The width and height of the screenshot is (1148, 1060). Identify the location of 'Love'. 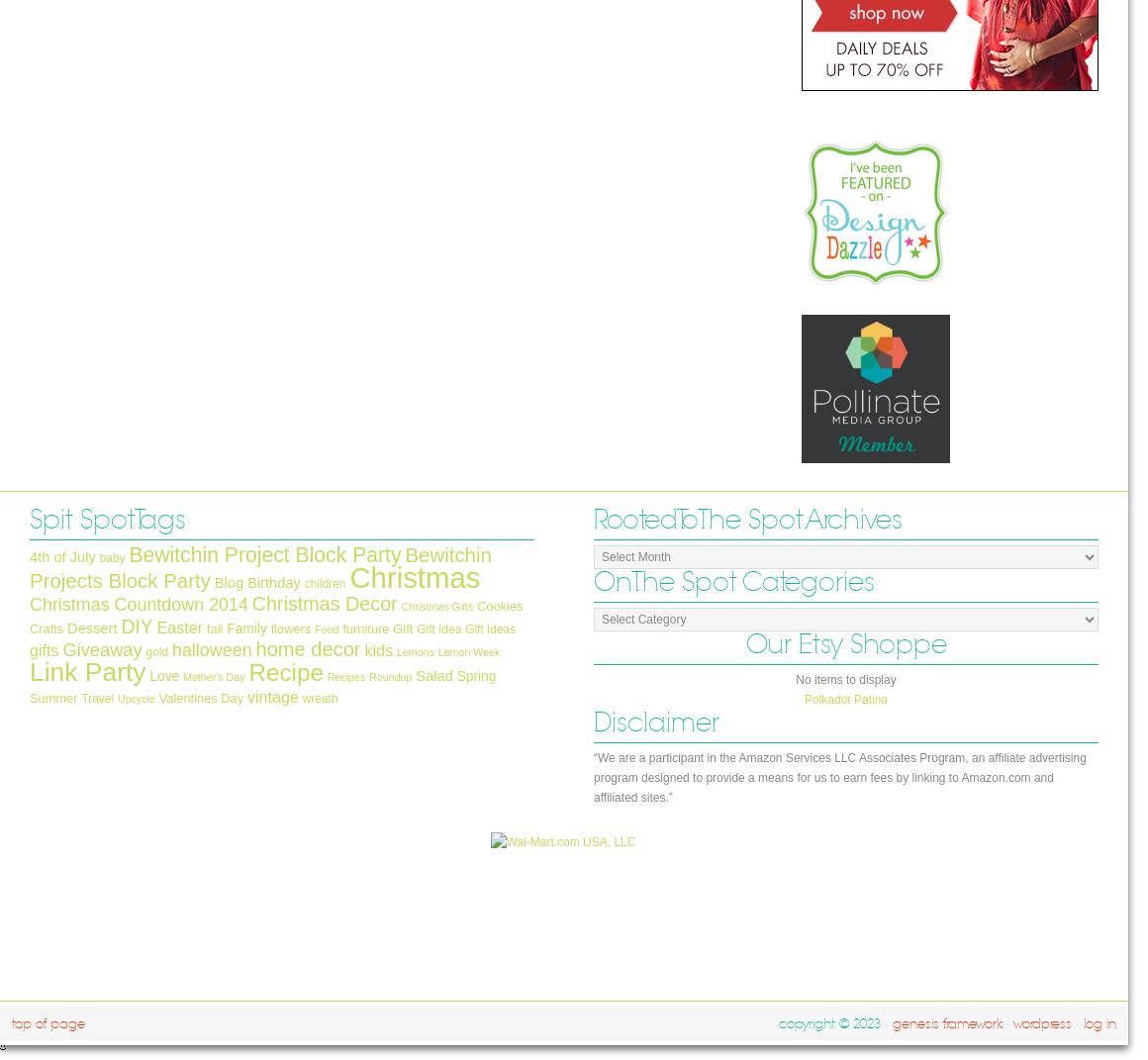
(163, 675).